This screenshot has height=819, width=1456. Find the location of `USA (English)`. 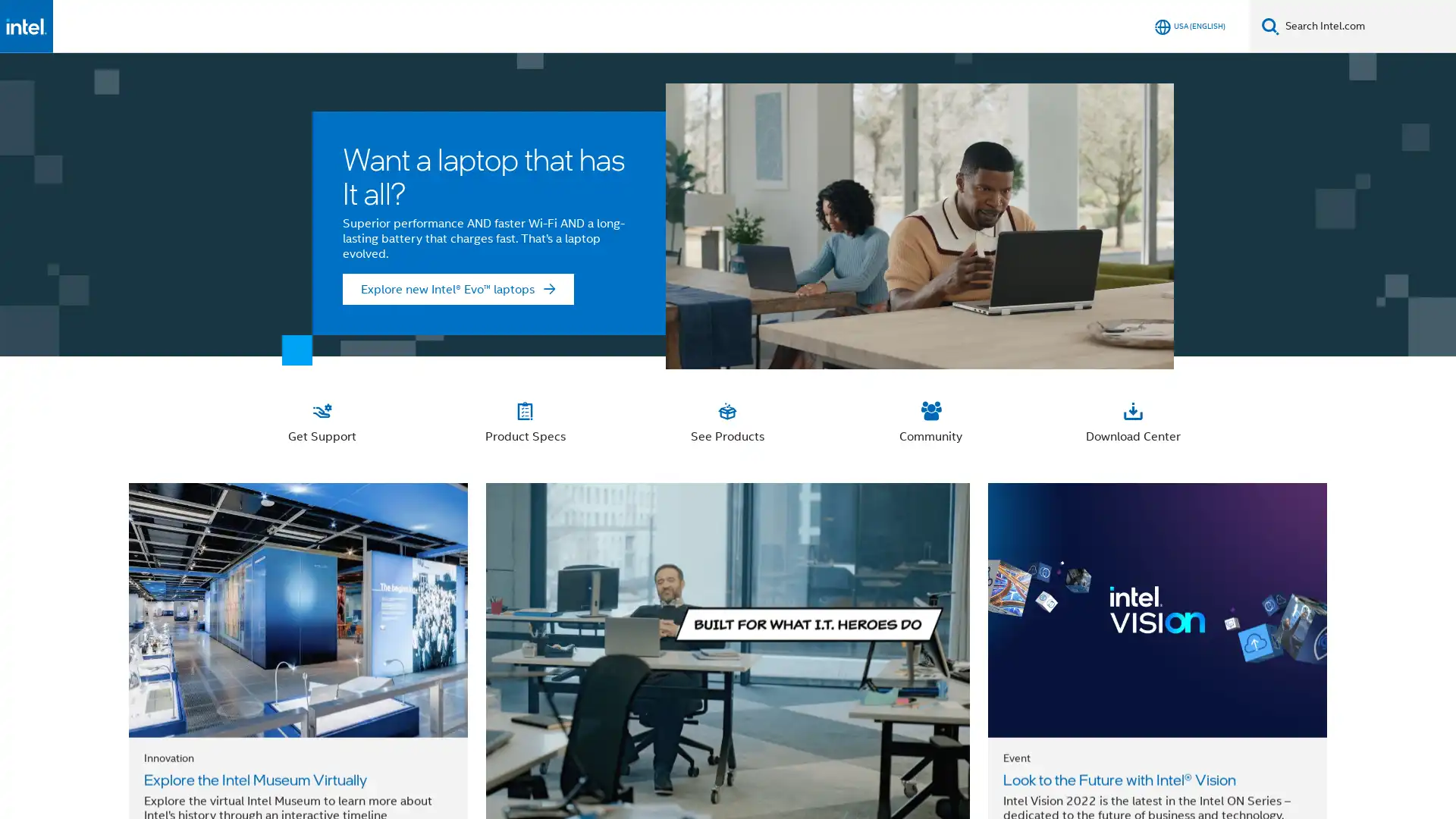

USA (English) is located at coordinates (1189, 26).